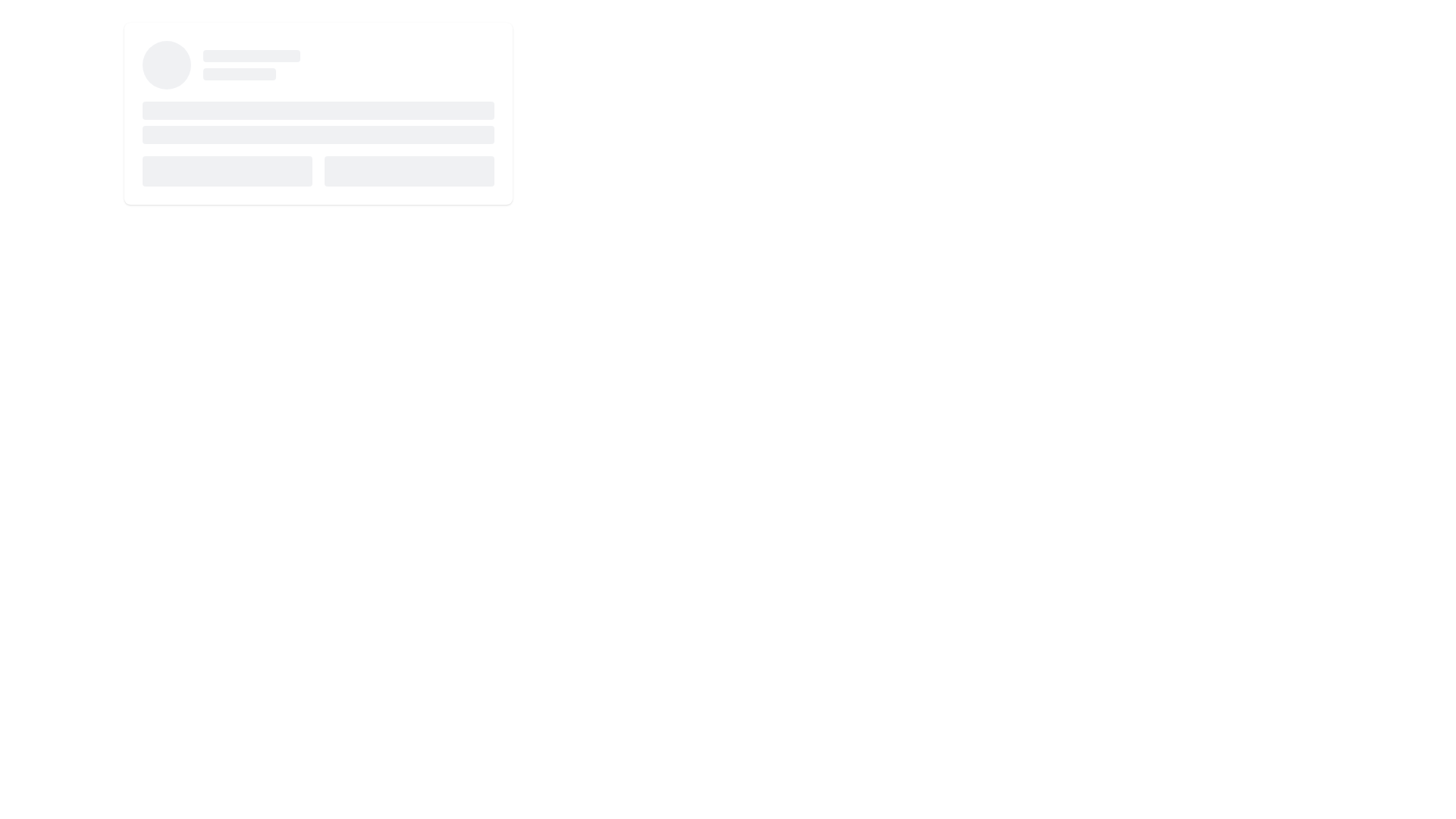  What do you see at coordinates (318, 113) in the screenshot?
I see `the loading animation of the skeletal loader for the user profile located in the top-left quadrant of the main application view` at bounding box center [318, 113].